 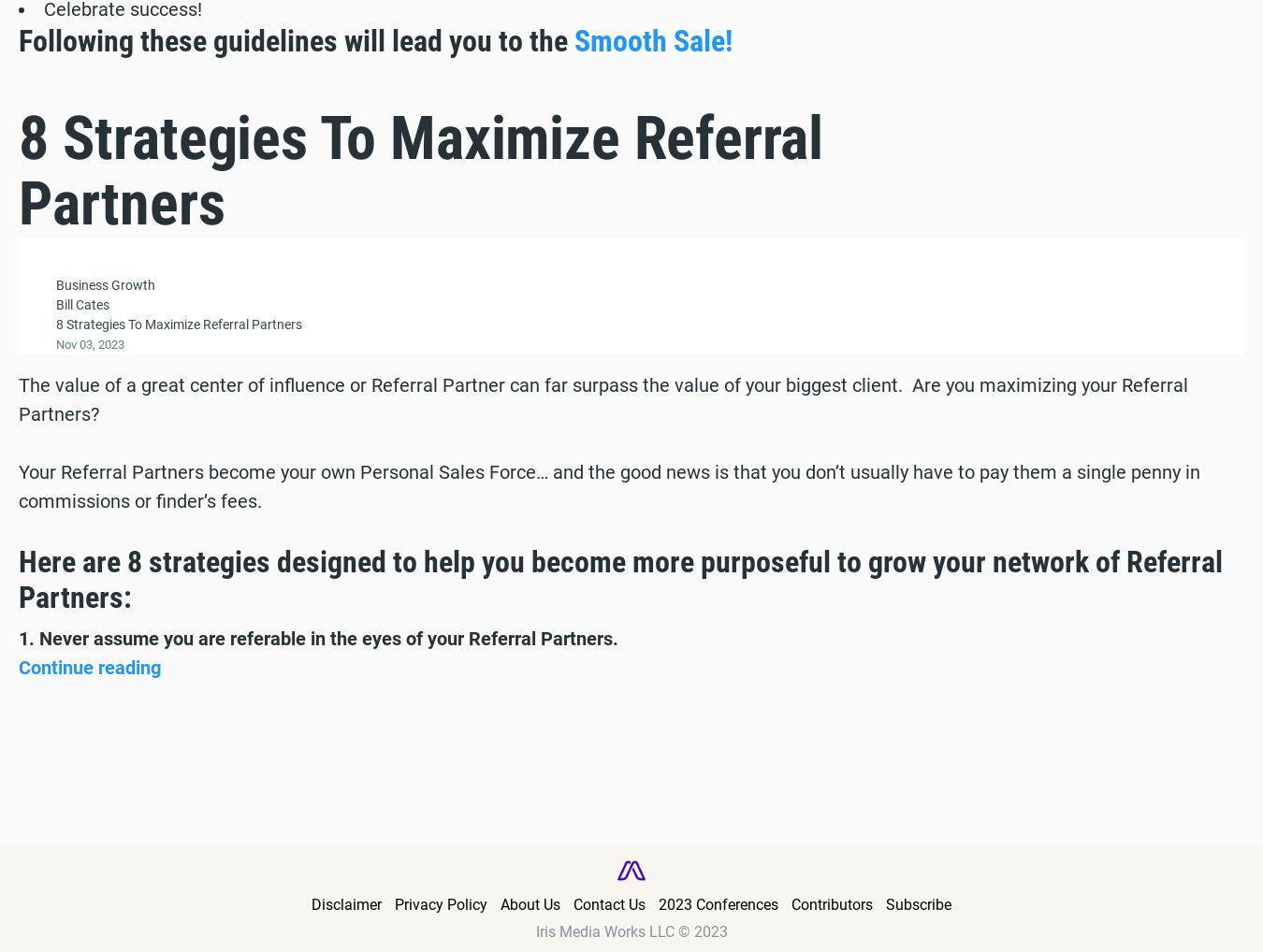 I want to click on 'Your Referral Partners become your own Personal Sales Force… and the good news is that you don’t usually have to pay them a single penny in commissions or finder’s fees.', so click(x=17, y=484).